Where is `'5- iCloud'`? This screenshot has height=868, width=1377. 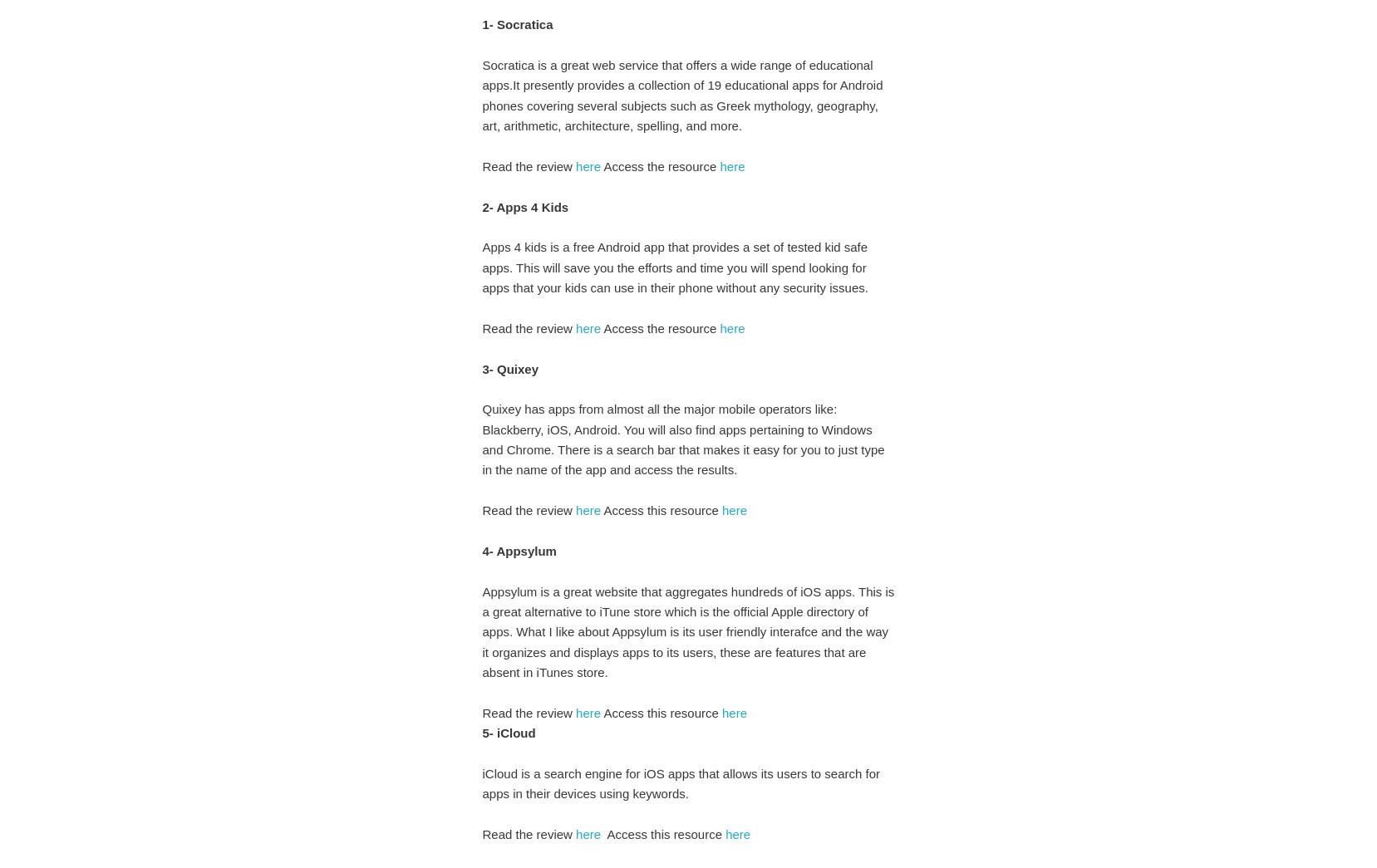
'5- iCloud' is located at coordinates (508, 733).